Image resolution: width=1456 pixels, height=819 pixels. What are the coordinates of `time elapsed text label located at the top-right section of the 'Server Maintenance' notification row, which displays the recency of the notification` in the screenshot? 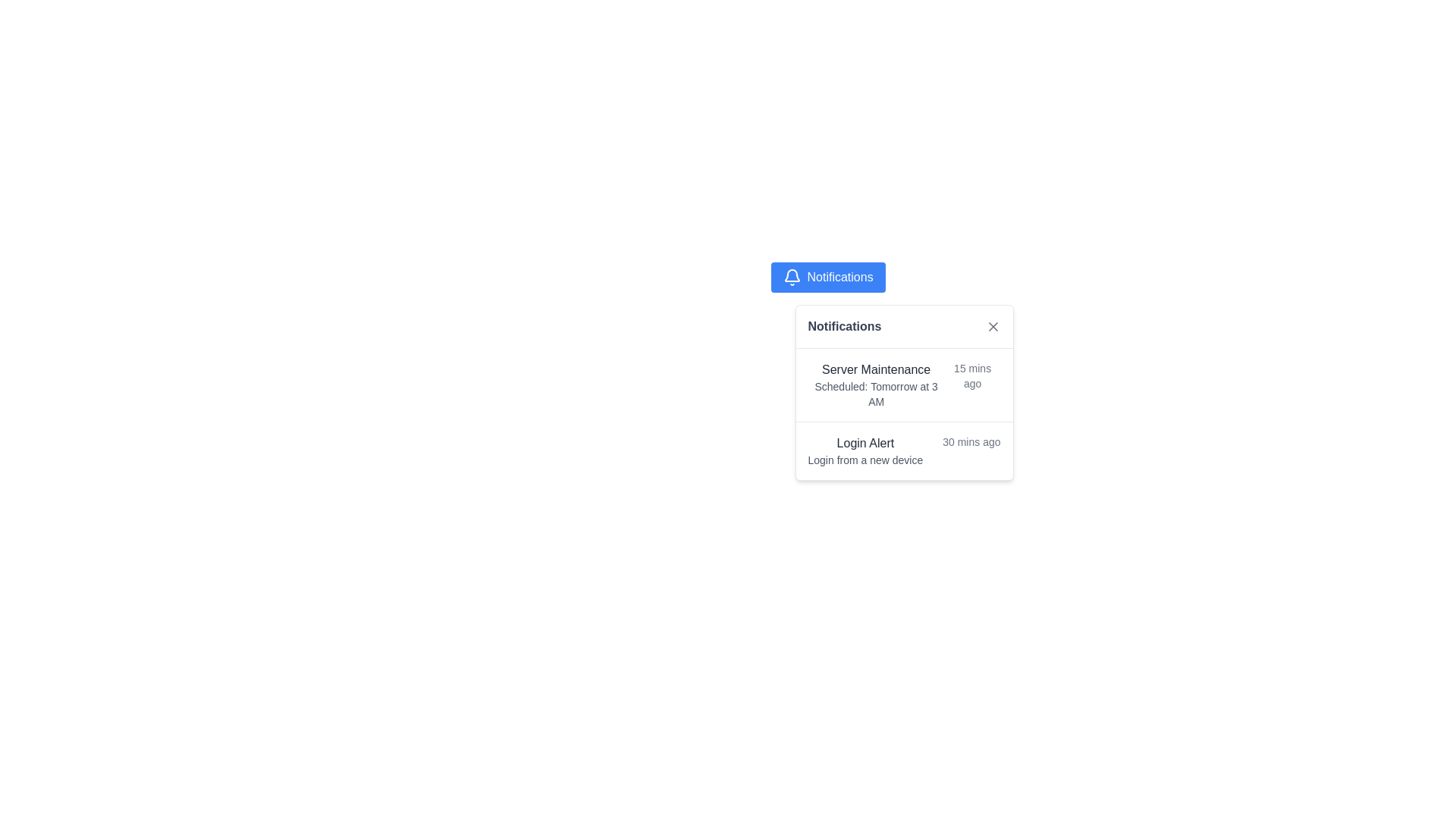 It's located at (972, 375).